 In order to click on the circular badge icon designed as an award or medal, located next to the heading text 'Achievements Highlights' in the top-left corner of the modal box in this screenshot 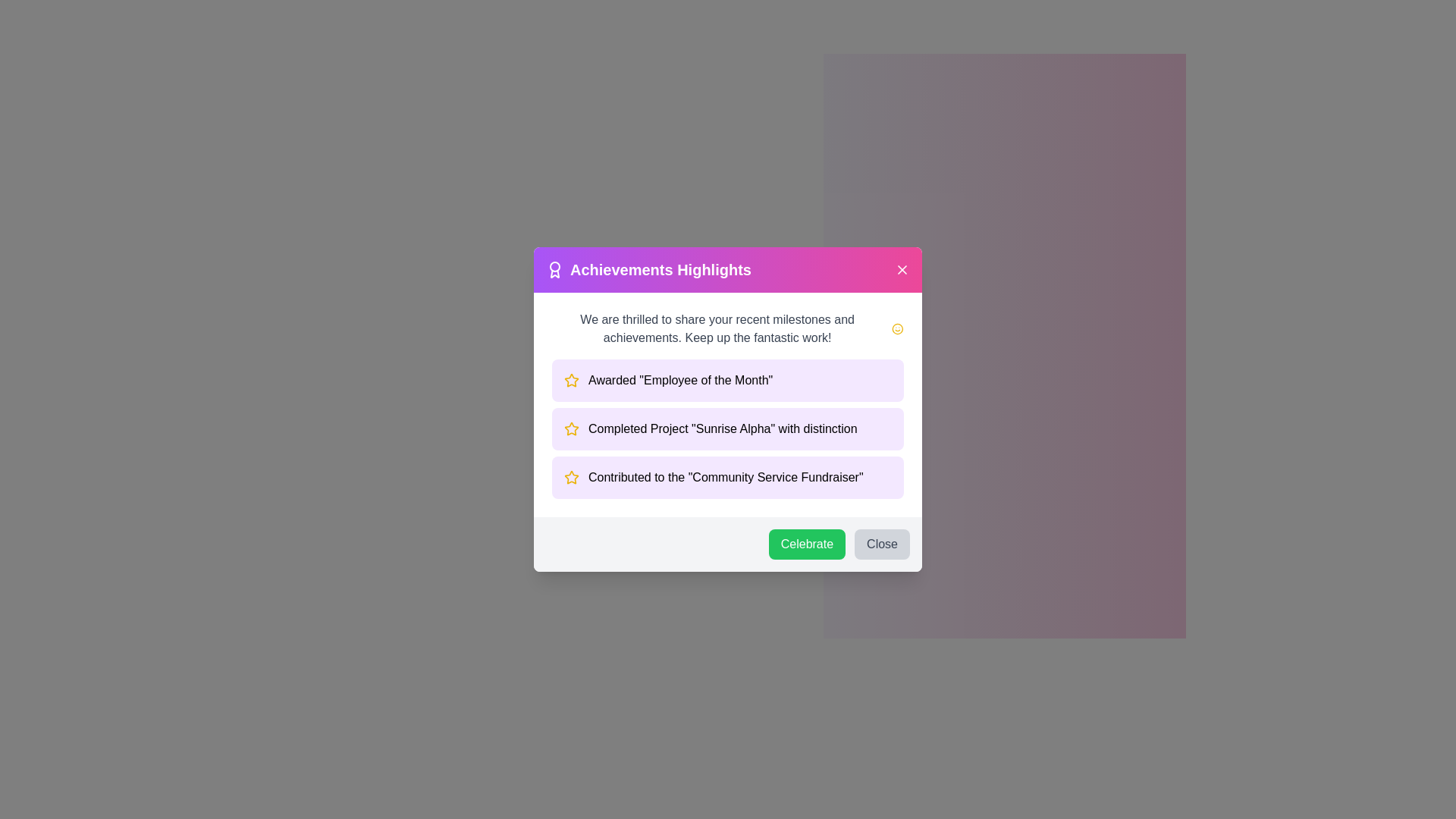, I will do `click(554, 268)`.